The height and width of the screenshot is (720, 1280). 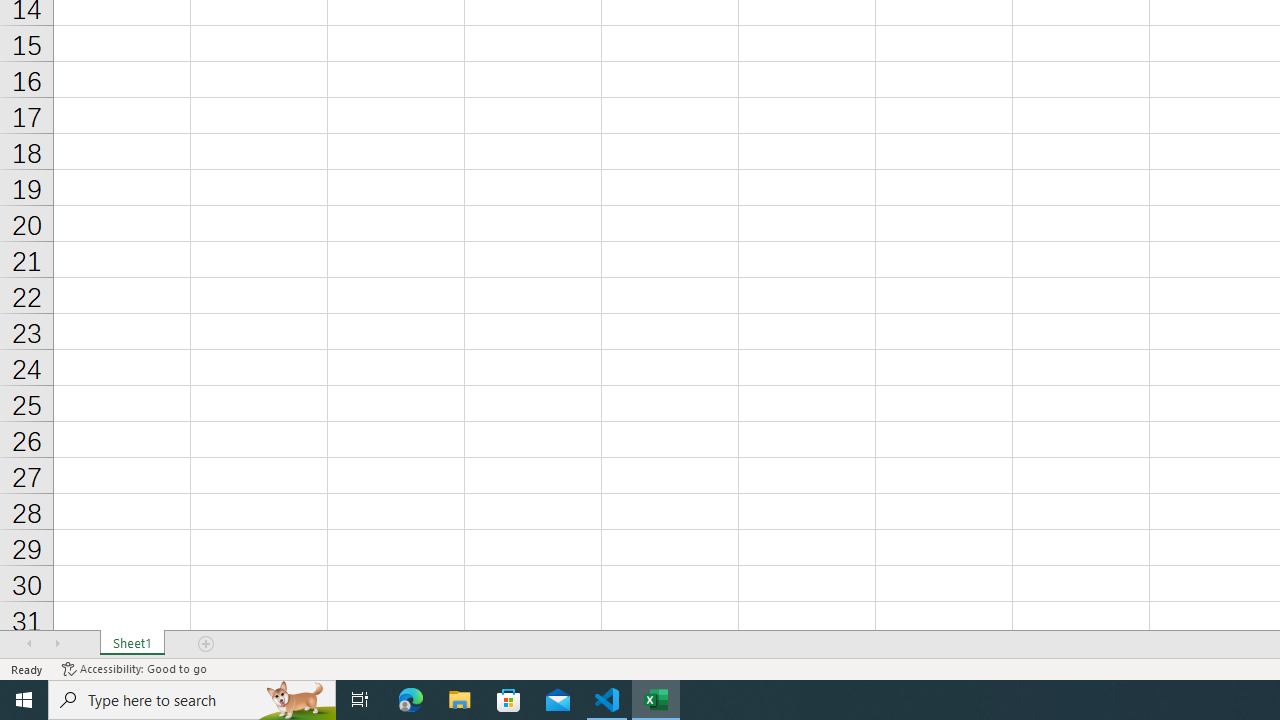 I want to click on 'Accessibility Checker Accessibility: Good to go', so click(x=133, y=669).